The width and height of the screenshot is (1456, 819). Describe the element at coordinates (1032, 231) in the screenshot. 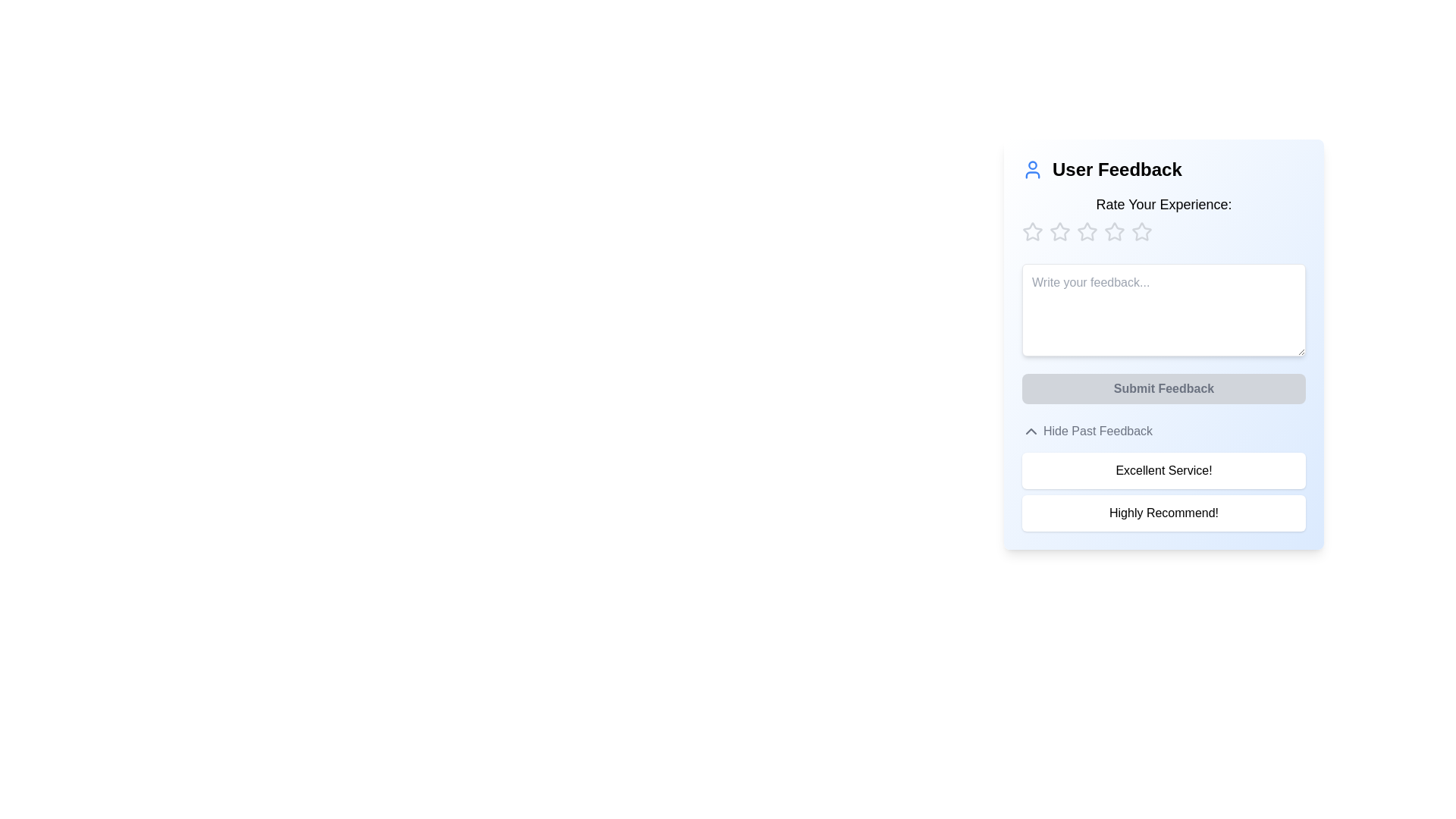

I see `the first star-shaped rating icon, which is outlined in gray, located in the 'User Feedback' section below the 'Rate Your Experience' label` at that location.